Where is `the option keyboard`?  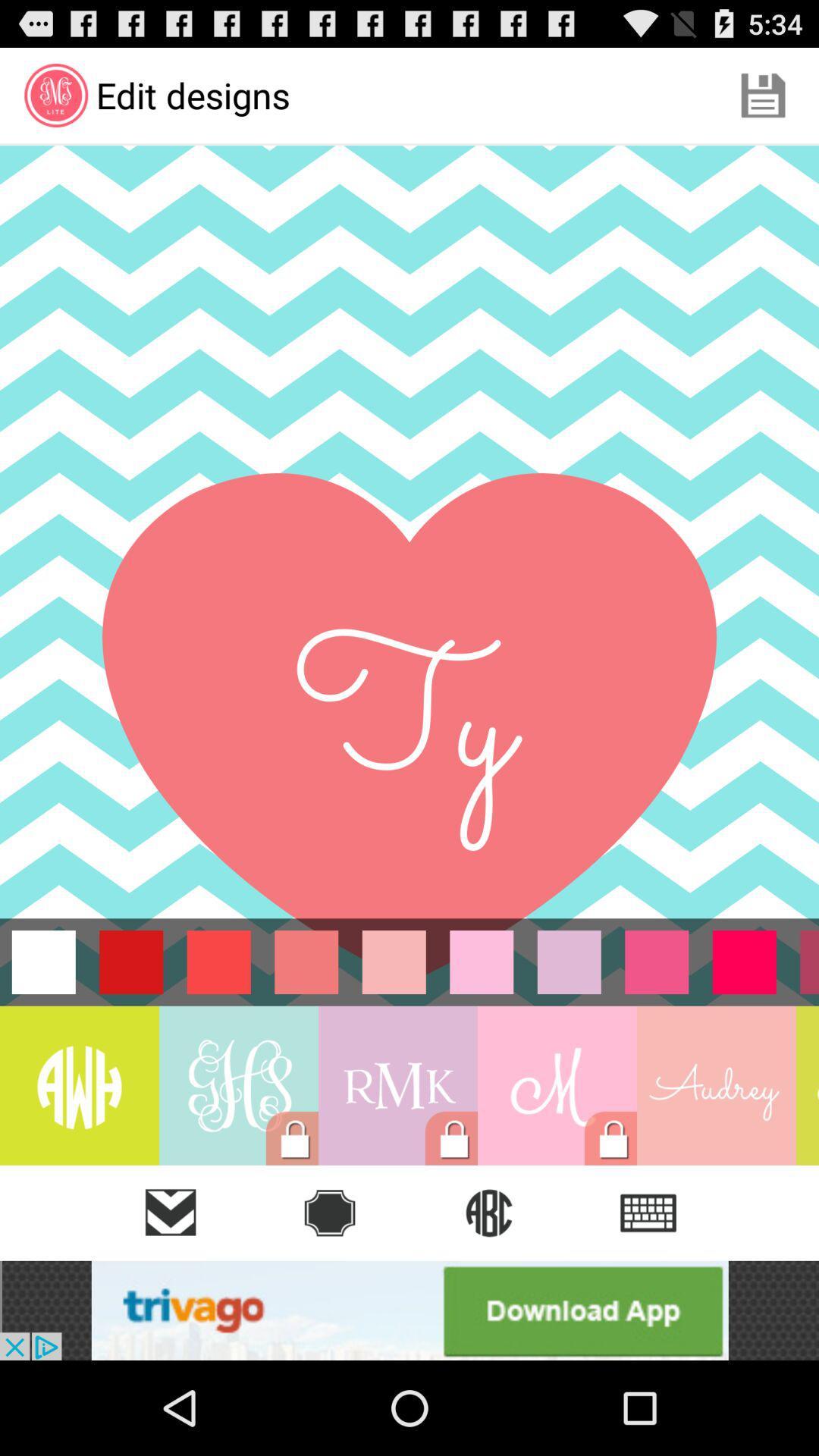
the option keyboard is located at coordinates (648, 1212).